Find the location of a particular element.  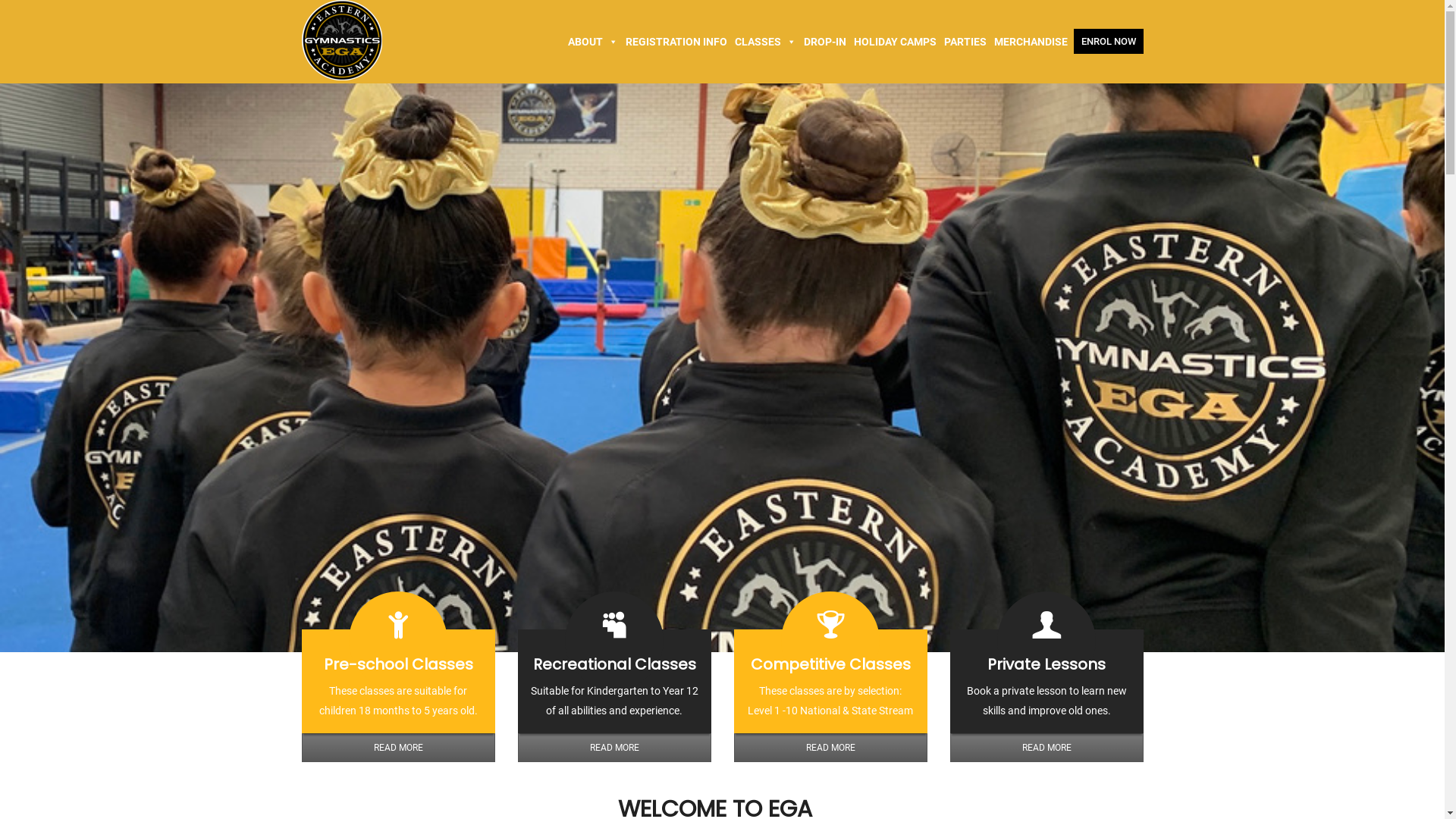

'HOLIDAY CAMPS' is located at coordinates (894, 40).